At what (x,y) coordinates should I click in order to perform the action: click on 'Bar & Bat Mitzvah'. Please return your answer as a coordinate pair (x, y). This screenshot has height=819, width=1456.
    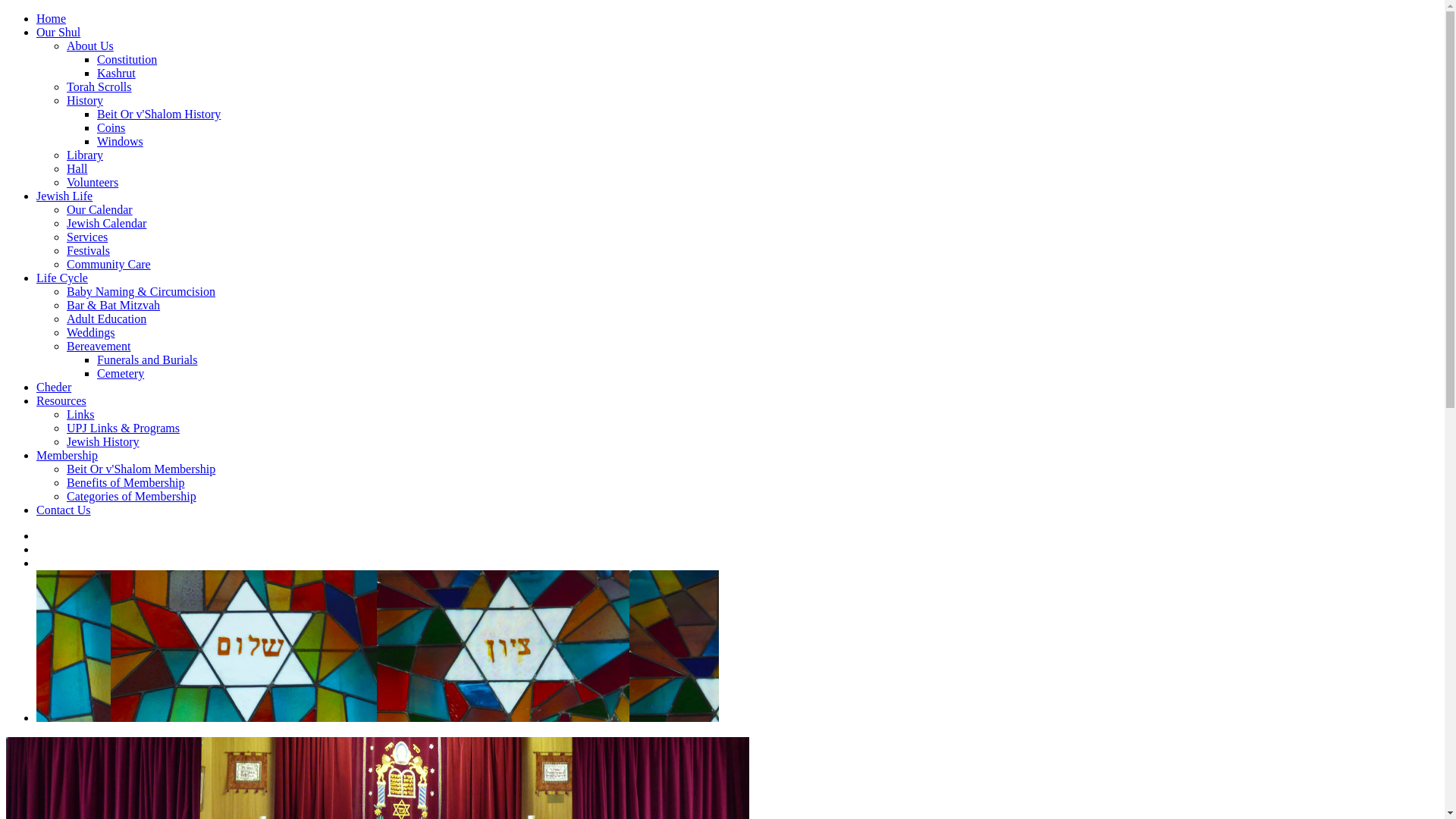
    Looking at the image, I should click on (112, 305).